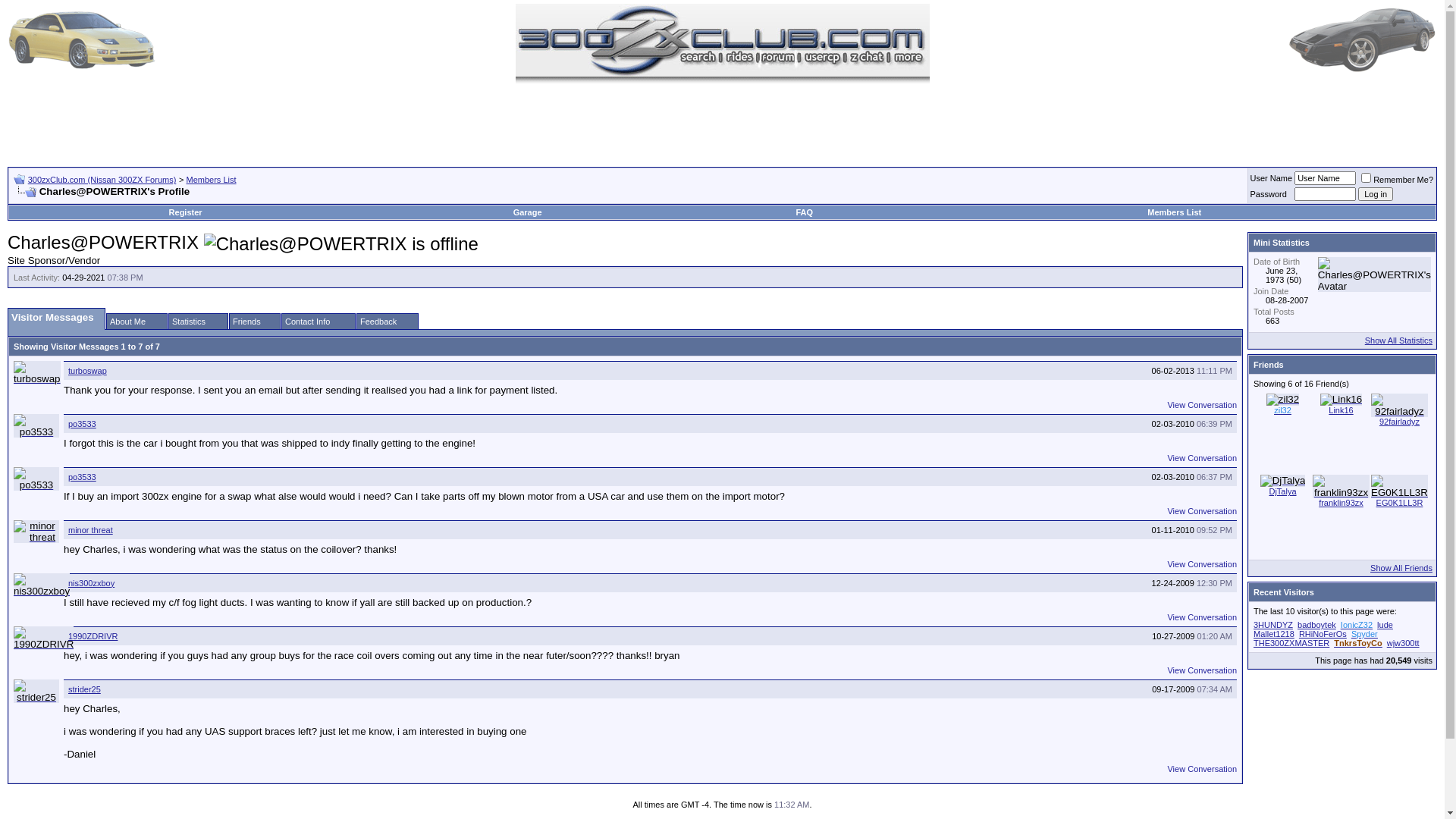 This screenshot has height=819, width=1456. Describe the element at coordinates (1376, 193) in the screenshot. I see `'Log in'` at that location.